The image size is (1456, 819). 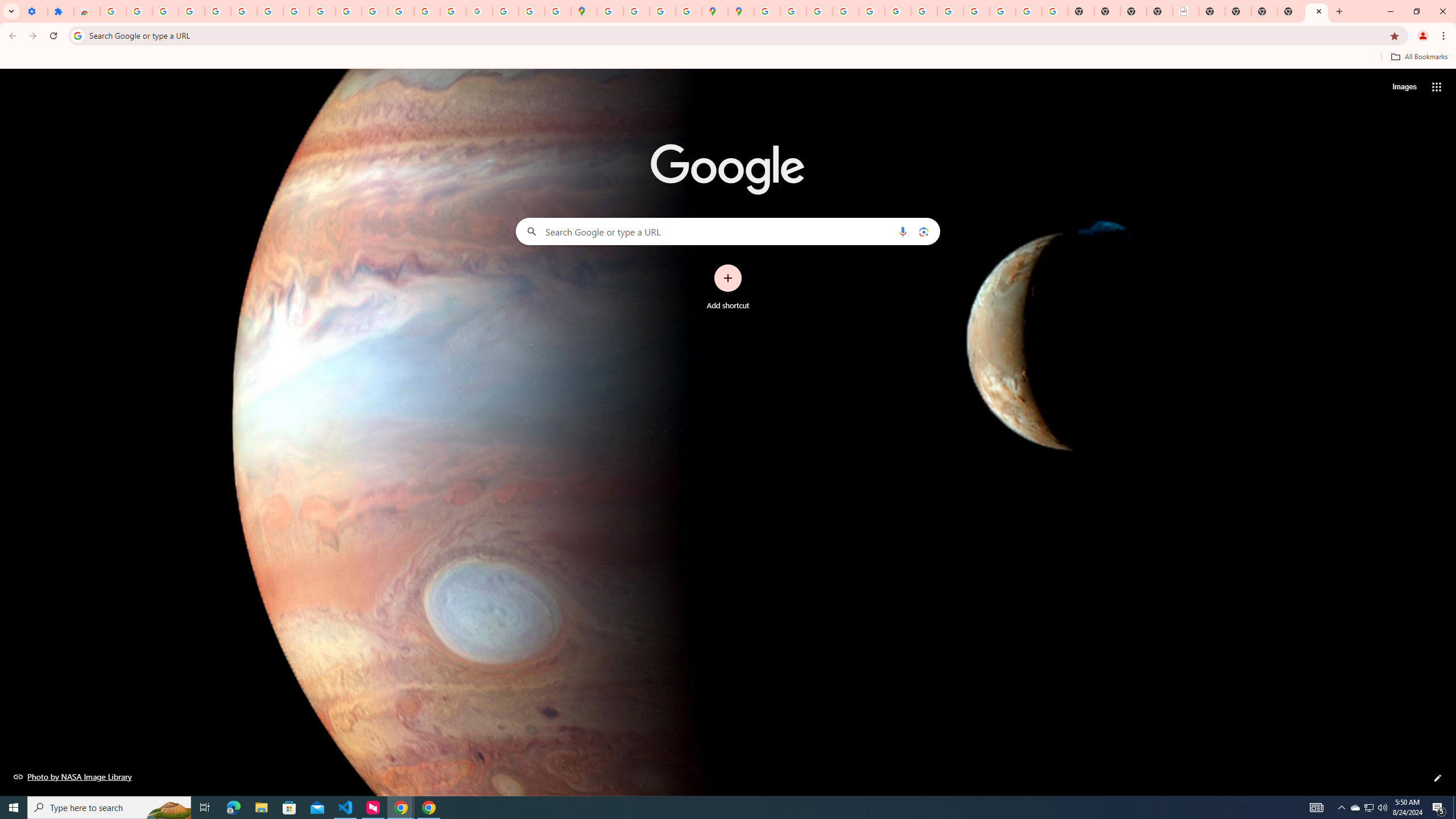 What do you see at coordinates (902, 230) in the screenshot?
I see `'Search by voice'` at bounding box center [902, 230].